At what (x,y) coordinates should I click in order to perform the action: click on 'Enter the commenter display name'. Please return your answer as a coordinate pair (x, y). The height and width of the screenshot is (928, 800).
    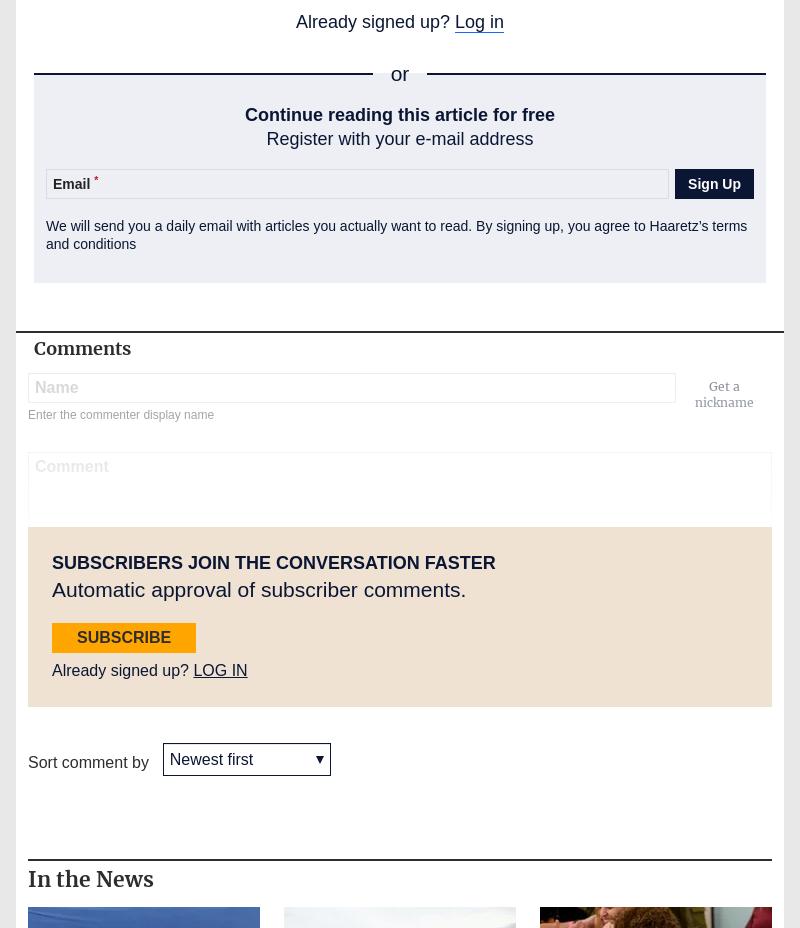
    Looking at the image, I should click on (119, 413).